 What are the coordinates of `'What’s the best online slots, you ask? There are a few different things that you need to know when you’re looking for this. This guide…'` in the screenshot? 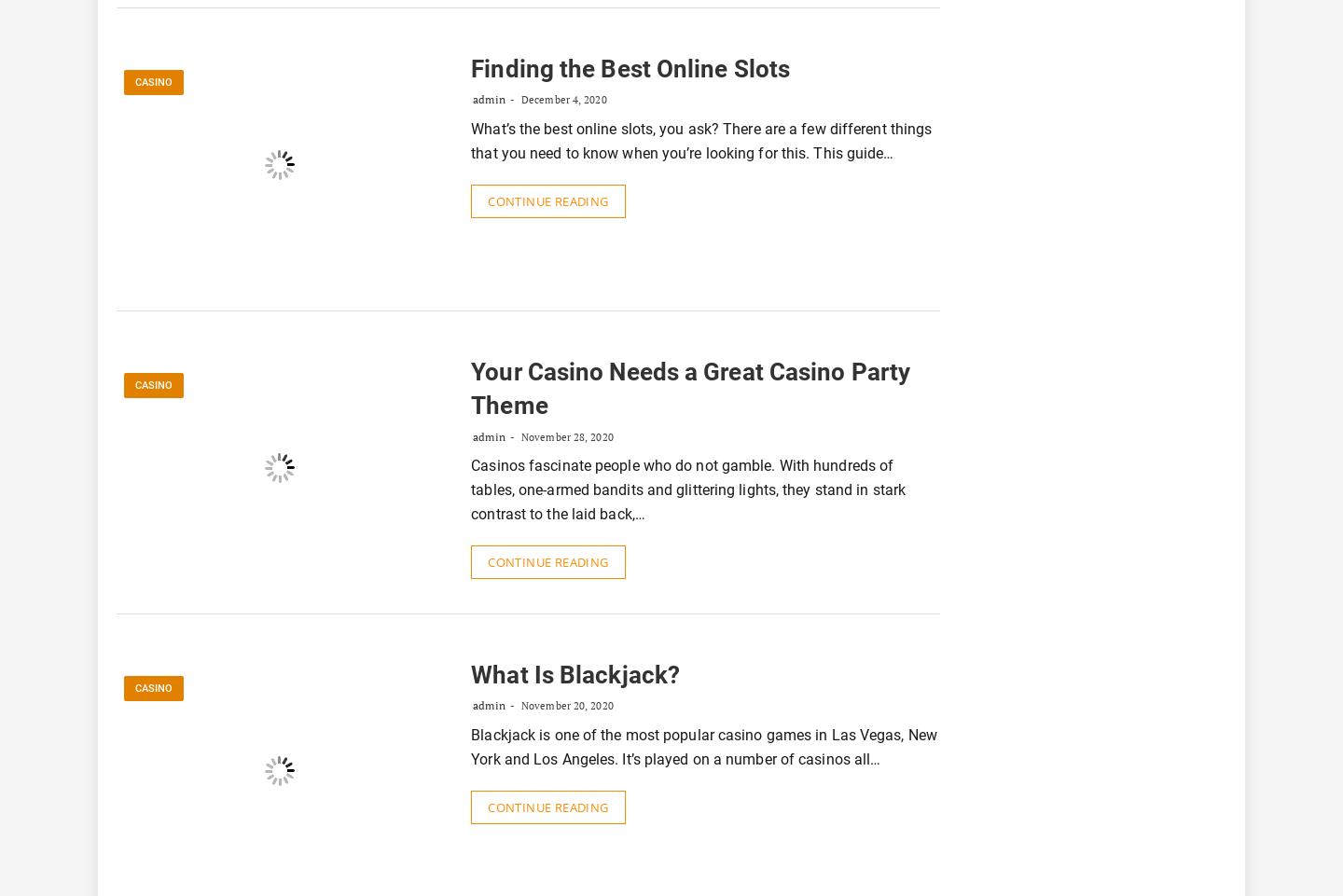 It's located at (699, 139).